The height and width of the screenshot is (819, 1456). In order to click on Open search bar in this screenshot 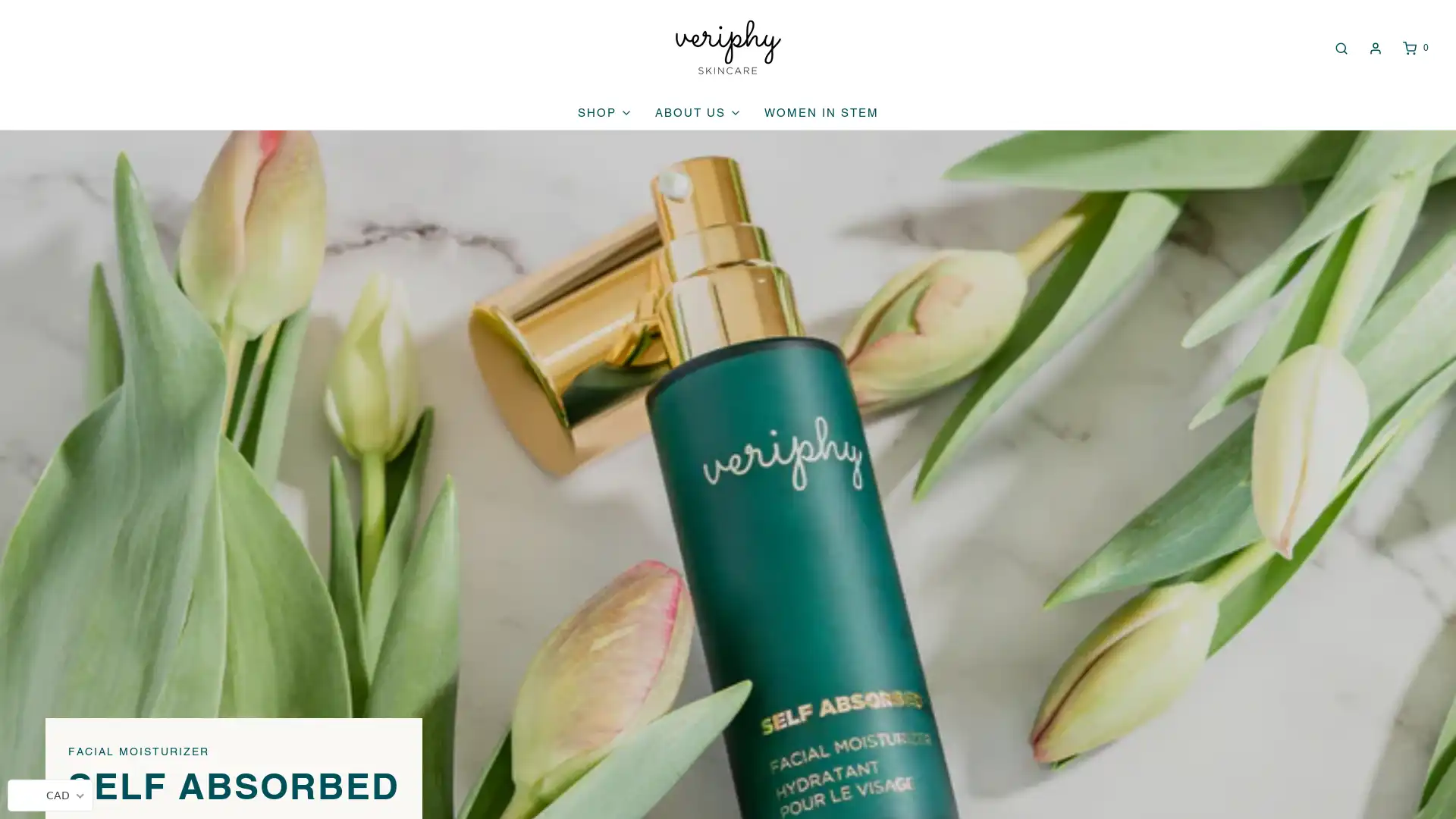, I will do `click(1340, 46)`.